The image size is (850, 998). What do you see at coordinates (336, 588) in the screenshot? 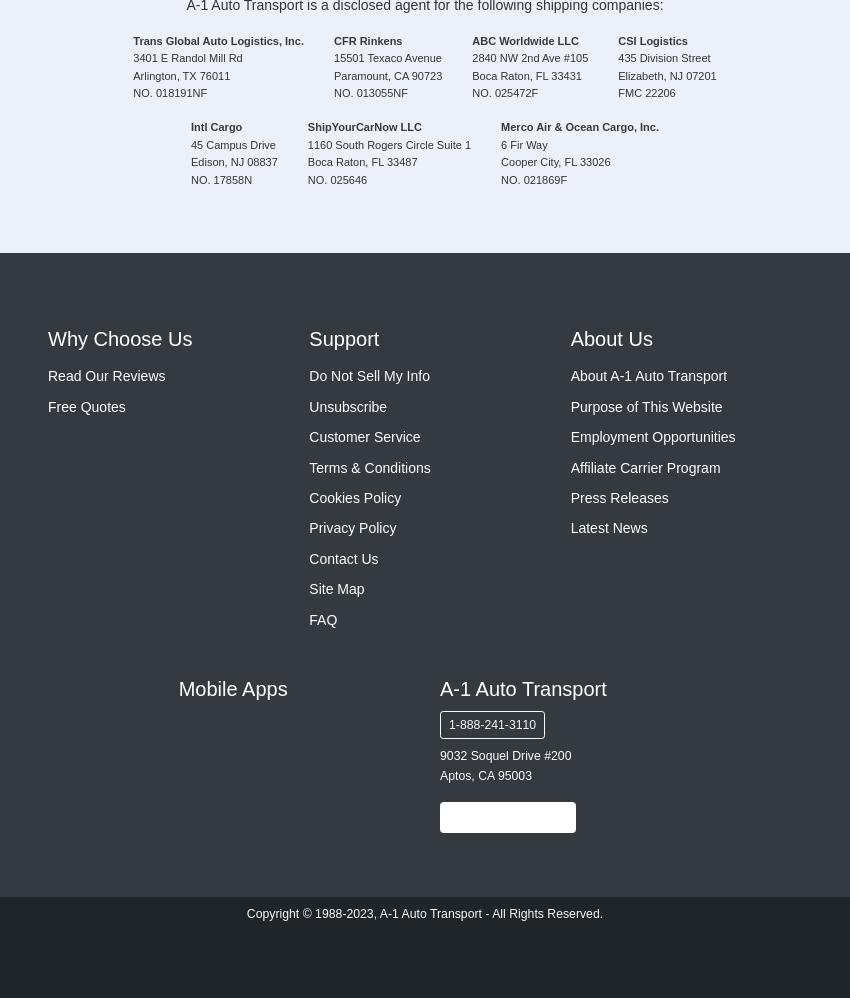
I see `'Site Map'` at bounding box center [336, 588].